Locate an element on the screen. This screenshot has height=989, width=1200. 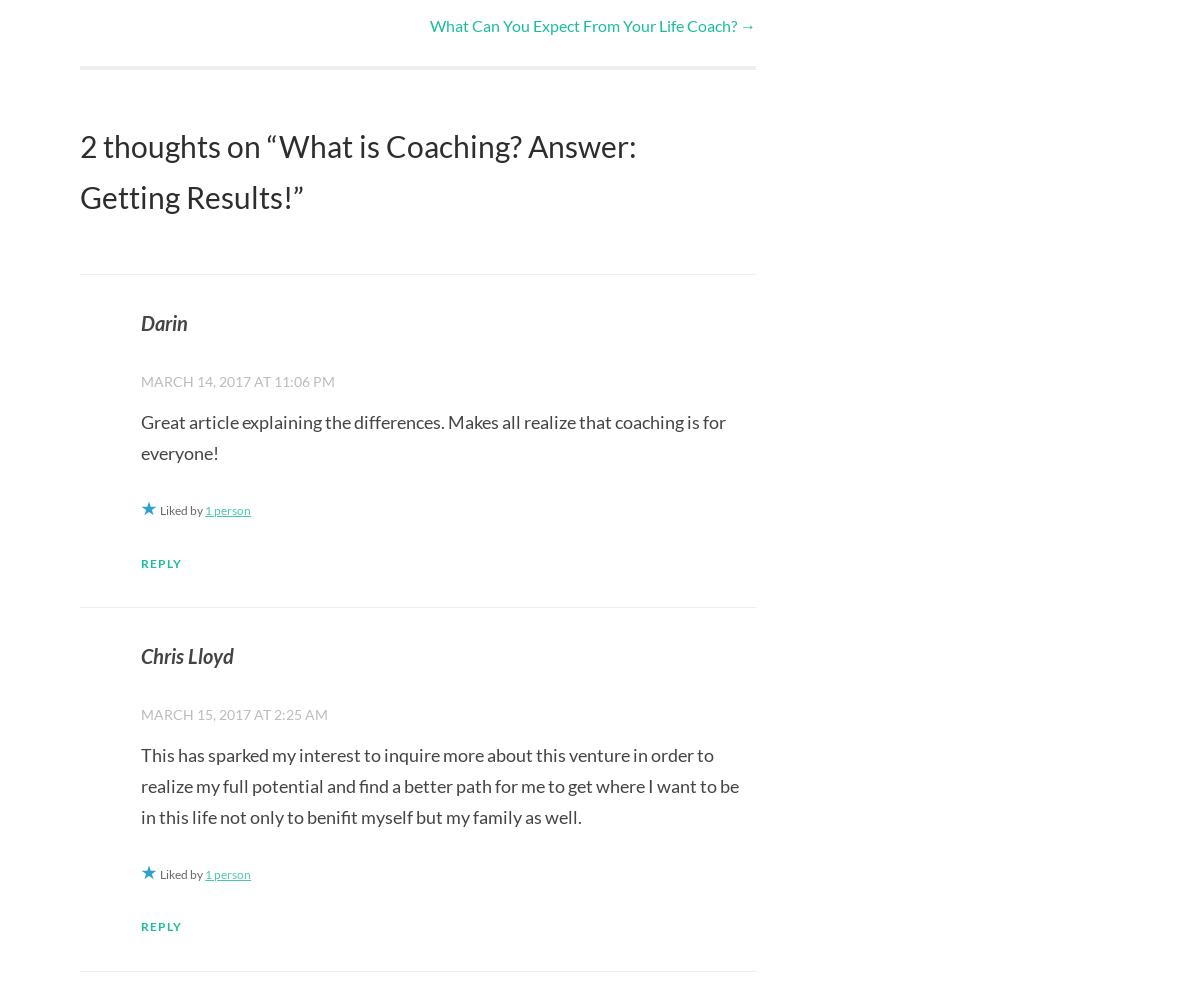
'March 14, 2017 at 11:06 pm' is located at coordinates (141, 379).